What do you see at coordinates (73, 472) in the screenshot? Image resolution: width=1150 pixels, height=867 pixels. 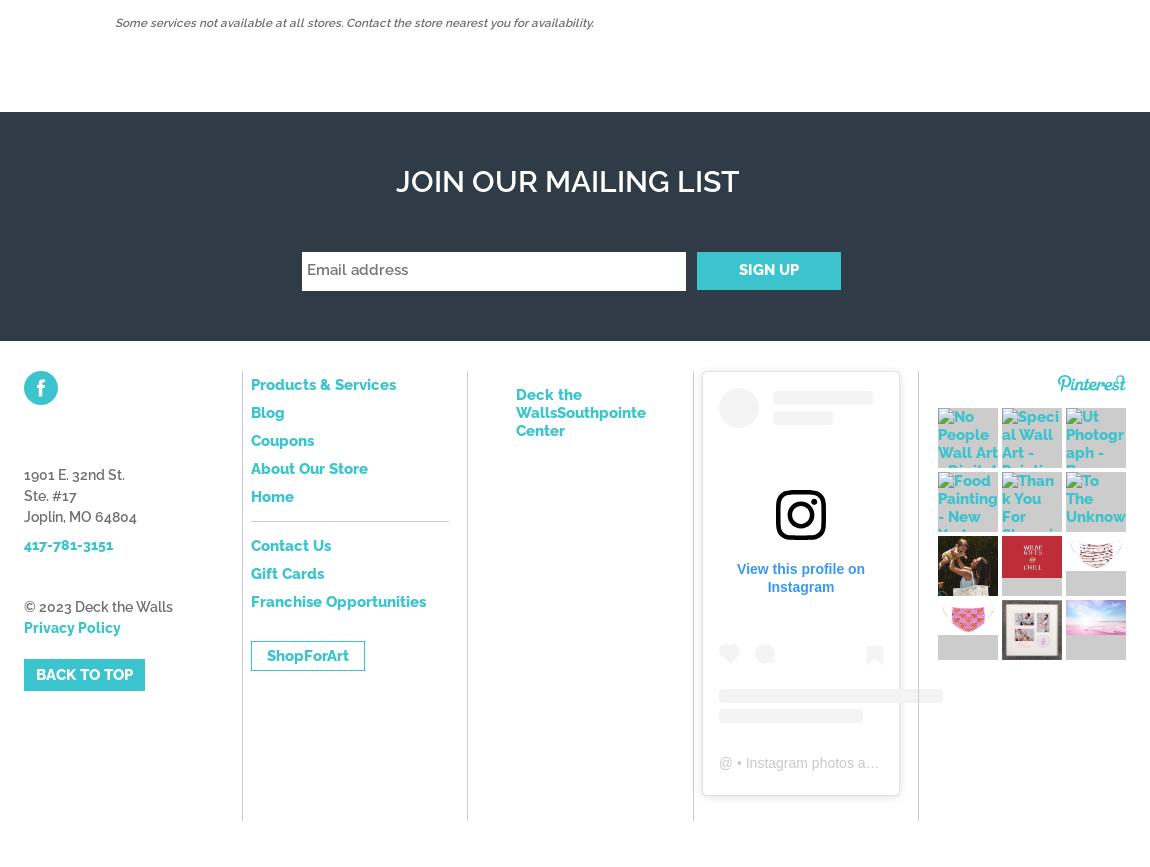 I see `'1901 E. 32nd St.'` at bounding box center [73, 472].